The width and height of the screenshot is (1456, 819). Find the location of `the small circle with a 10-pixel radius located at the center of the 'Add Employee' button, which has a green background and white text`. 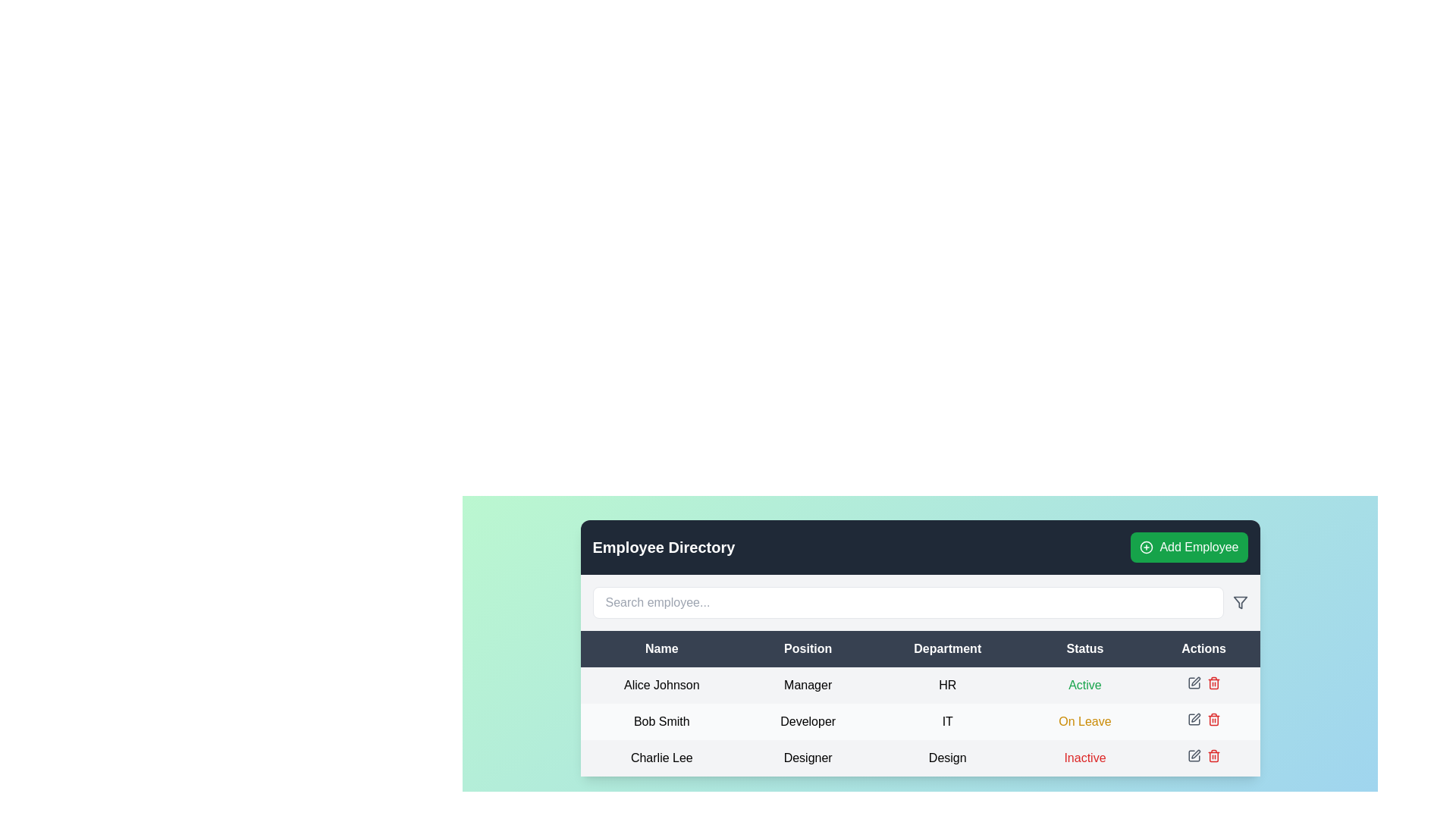

the small circle with a 10-pixel radius located at the center of the 'Add Employee' button, which has a green background and white text is located at coordinates (1147, 547).